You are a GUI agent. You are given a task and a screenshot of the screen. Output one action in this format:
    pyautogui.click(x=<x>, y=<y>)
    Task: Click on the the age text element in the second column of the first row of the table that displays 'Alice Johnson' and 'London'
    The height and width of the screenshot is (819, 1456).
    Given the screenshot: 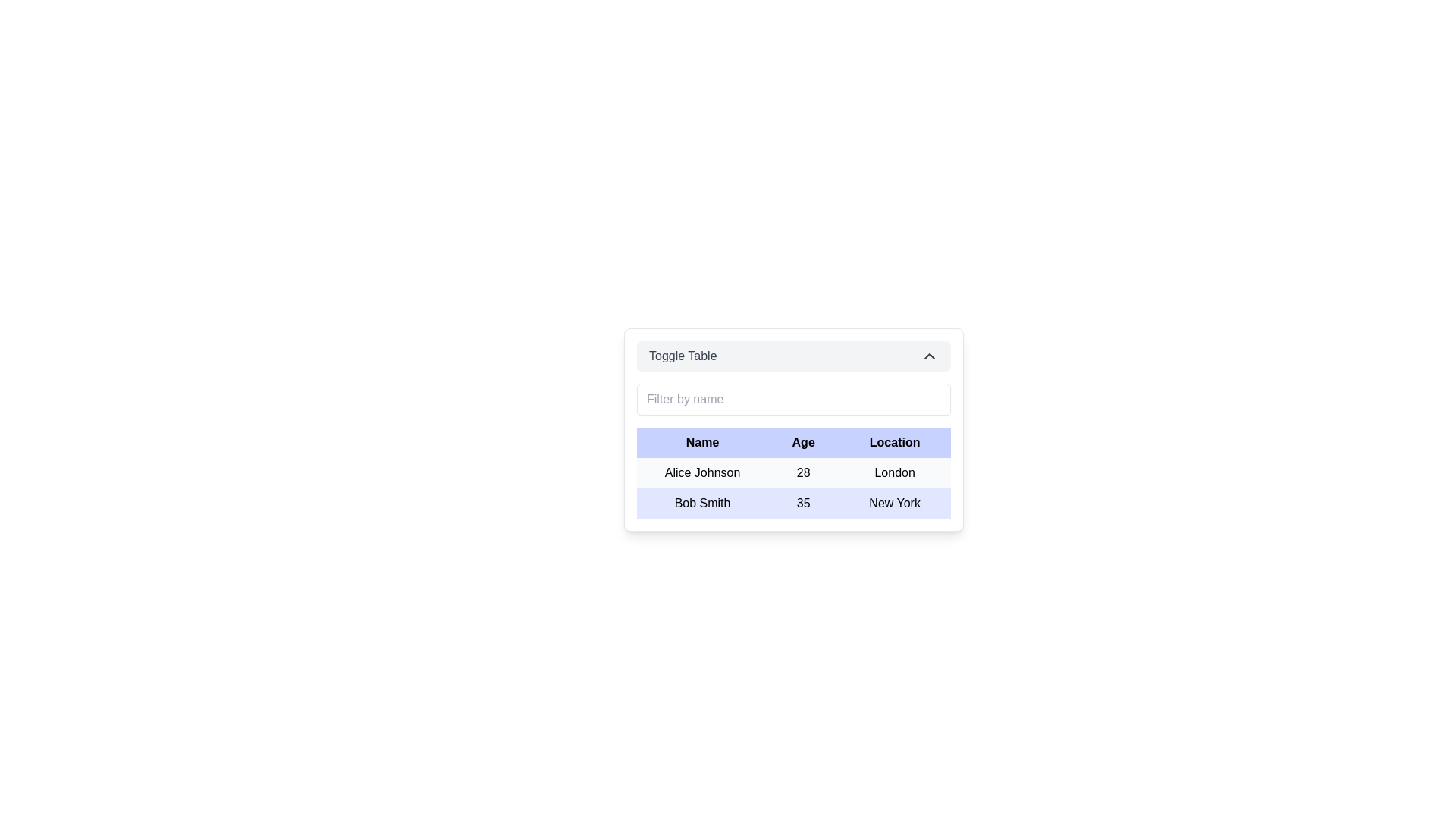 What is the action you would take?
    pyautogui.click(x=802, y=472)
    